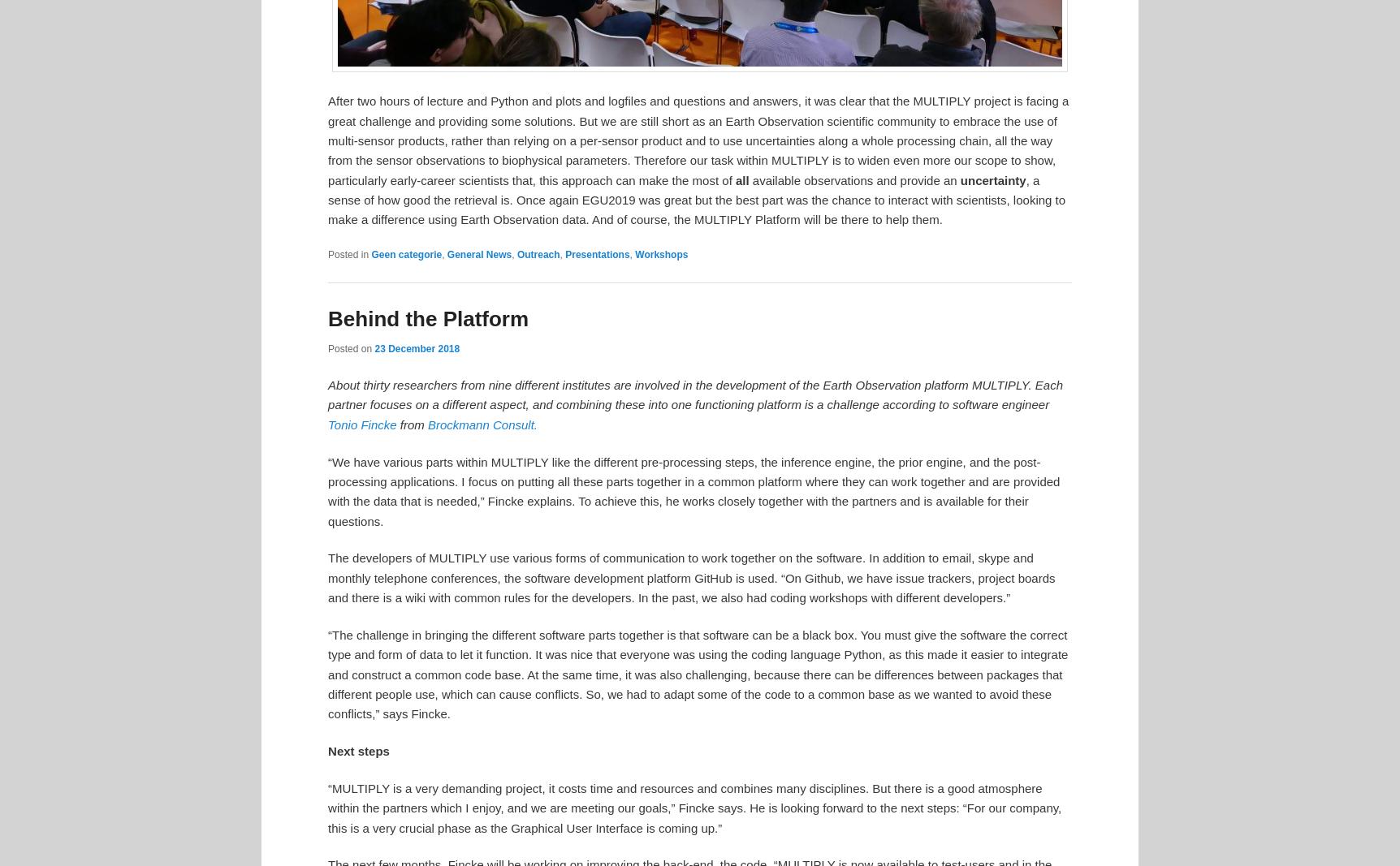 This screenshot has width=1400, height=866. Describe the element at coordinates (416, 347) in the screenshot. I see `'23 December 2018'` at that location.